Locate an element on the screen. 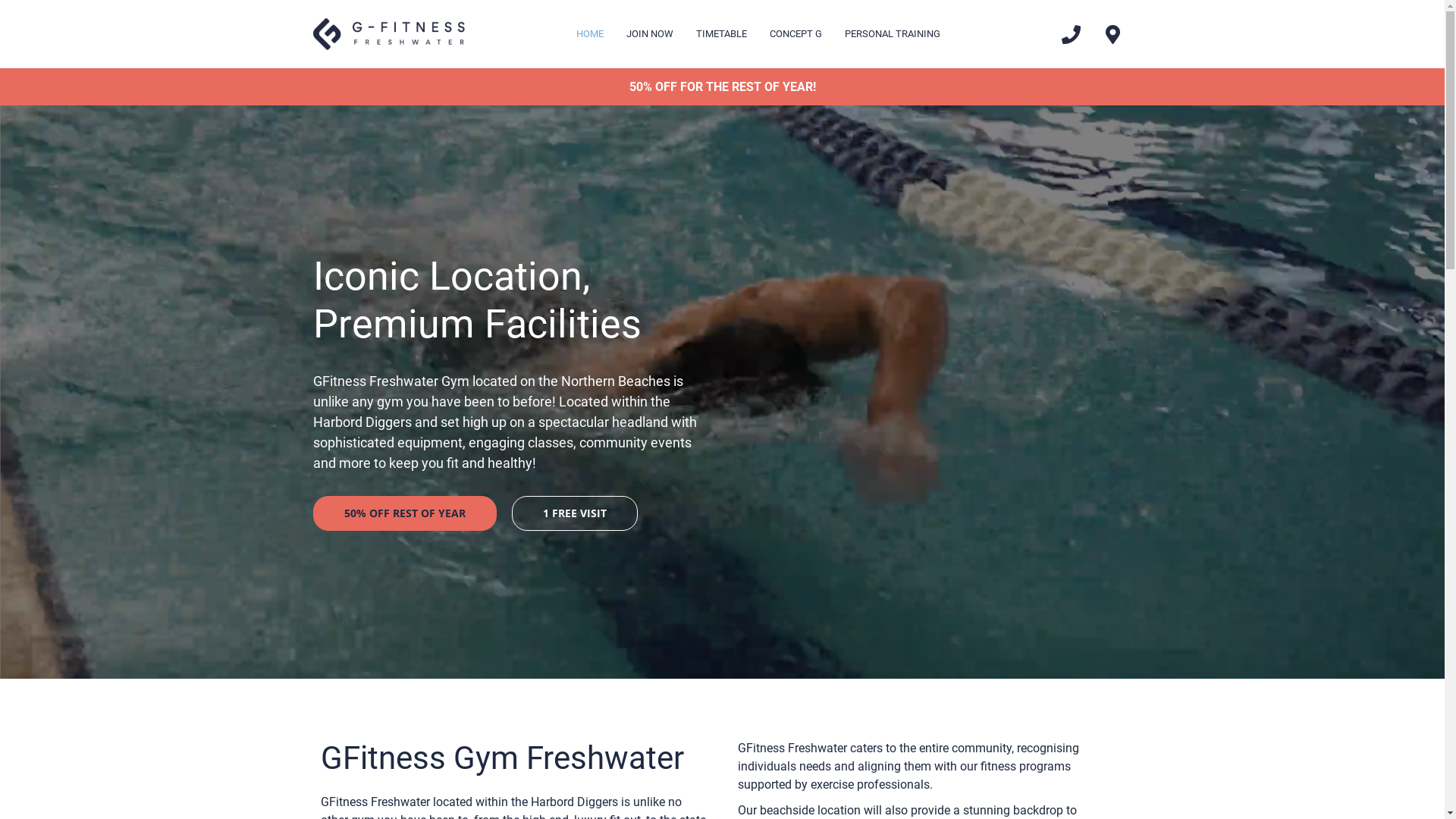 The height and width of the screenshot is (819, 1456). 'PERSONAL TRAINING' is located at coordinates (892, 34).